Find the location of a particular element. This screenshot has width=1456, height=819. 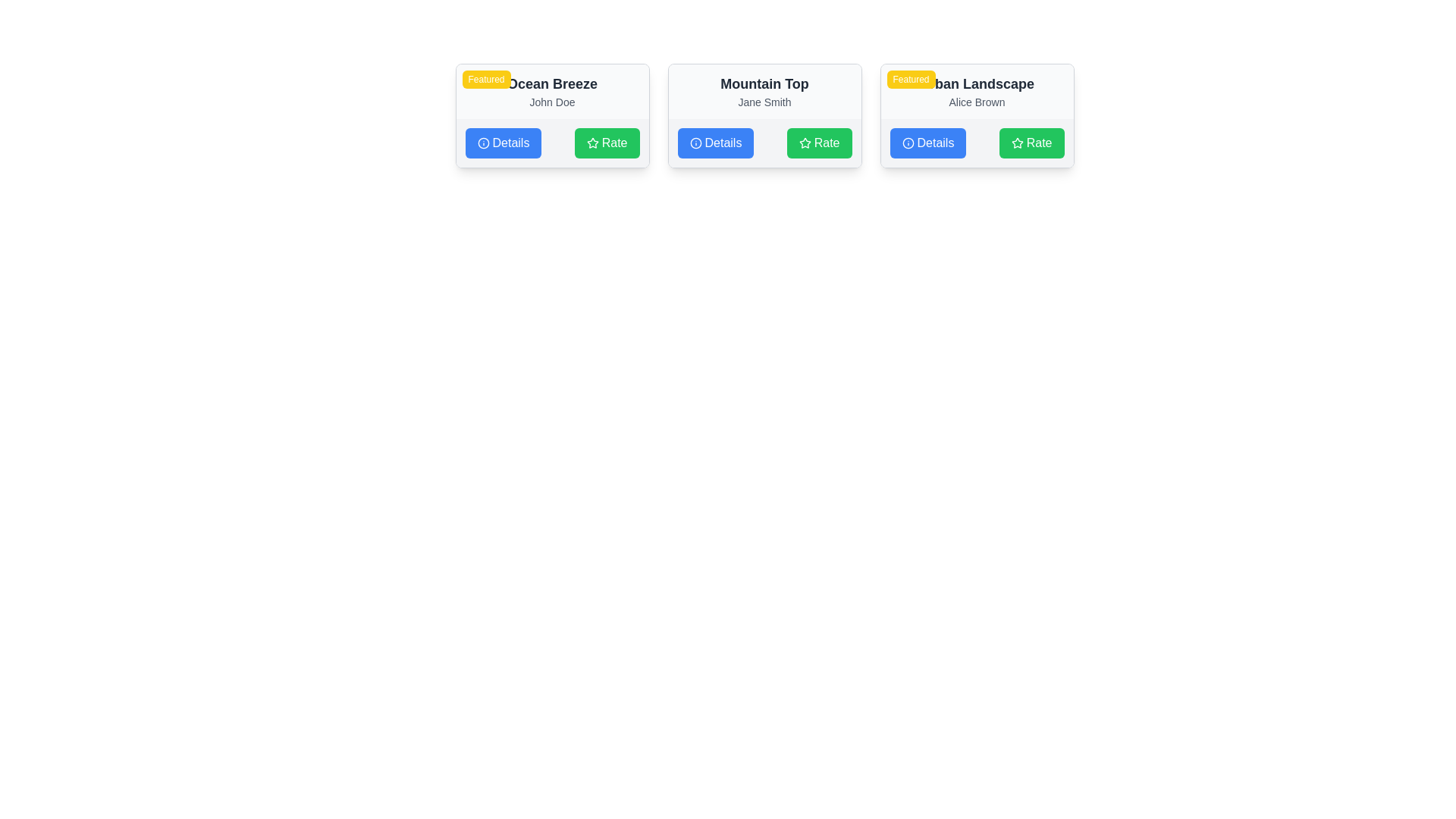

the Text Label displaying the name 'Alice Brown' located beneath the title 'Urban Landscape' in the rightmost card of a horizontal arrangement is located at coordinates (977, 102).